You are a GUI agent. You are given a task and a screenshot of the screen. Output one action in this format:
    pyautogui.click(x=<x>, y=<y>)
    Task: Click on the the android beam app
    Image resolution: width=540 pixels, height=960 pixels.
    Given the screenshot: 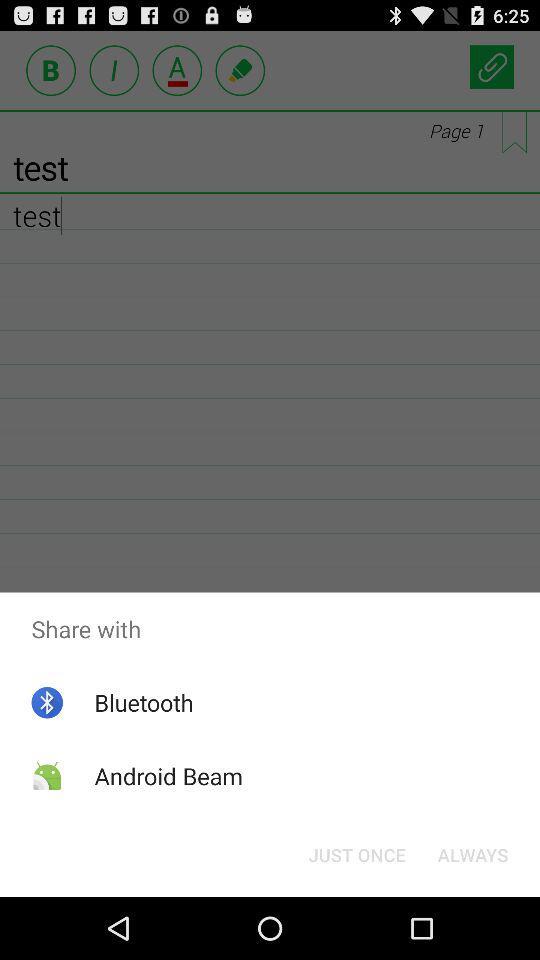 What is the action you would take?
    pyautogui.click(x=167, y=775)
    